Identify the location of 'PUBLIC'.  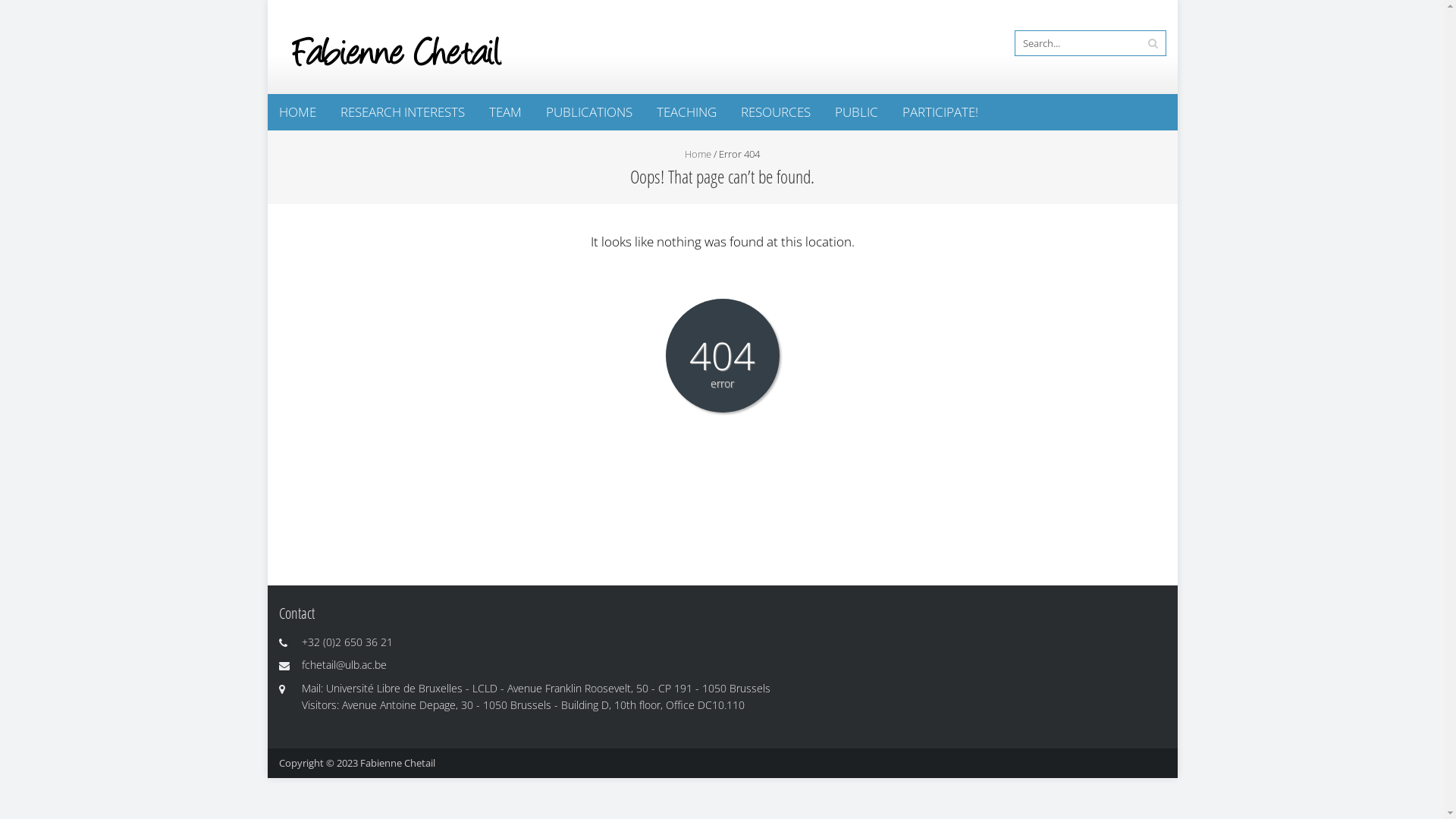
(856, 111).